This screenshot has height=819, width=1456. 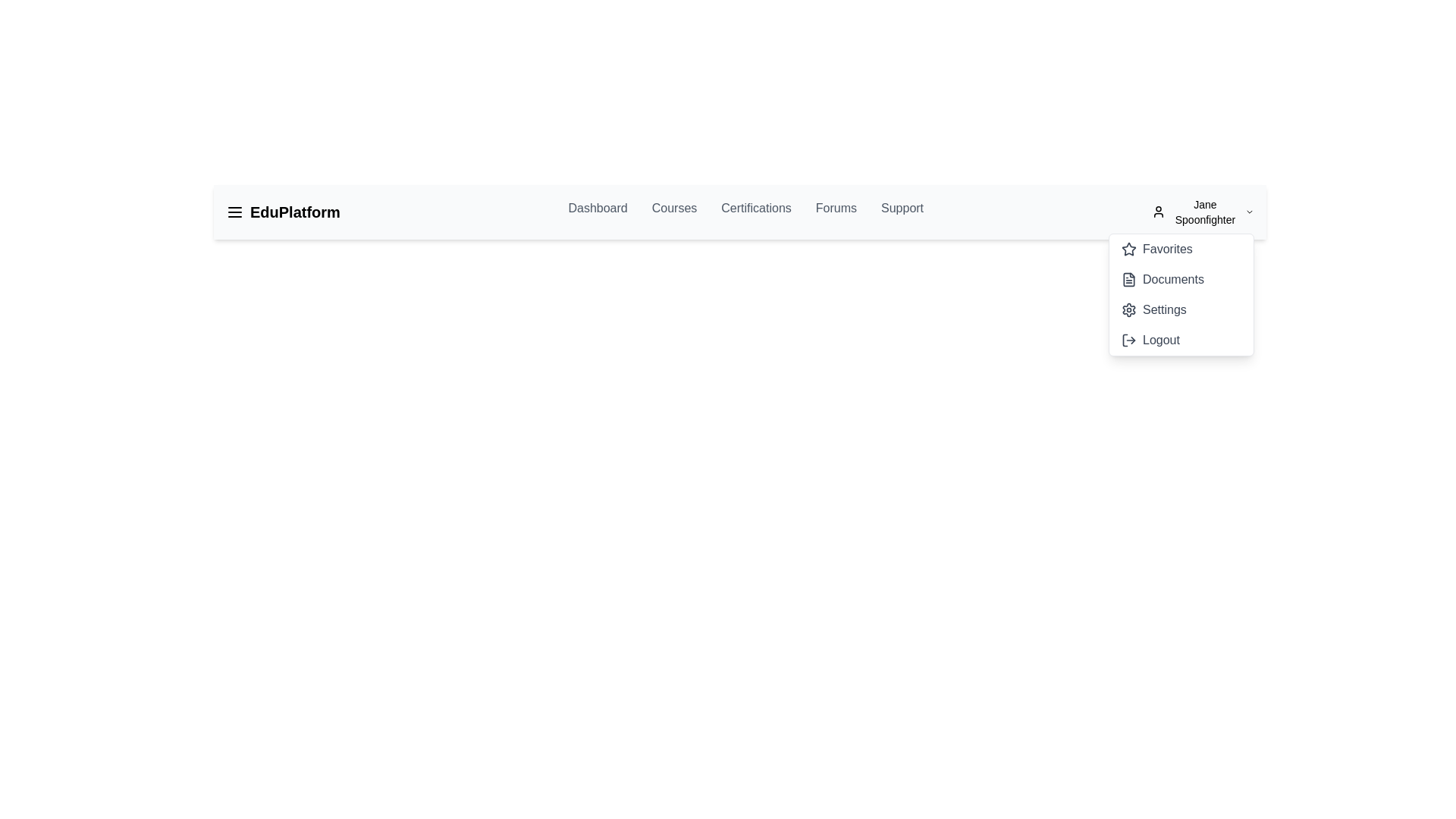 I want to click on the five-point star icon with a hollow center and dark outline located in the dropdown menu under the profile section, so click(x=1128, y=247).